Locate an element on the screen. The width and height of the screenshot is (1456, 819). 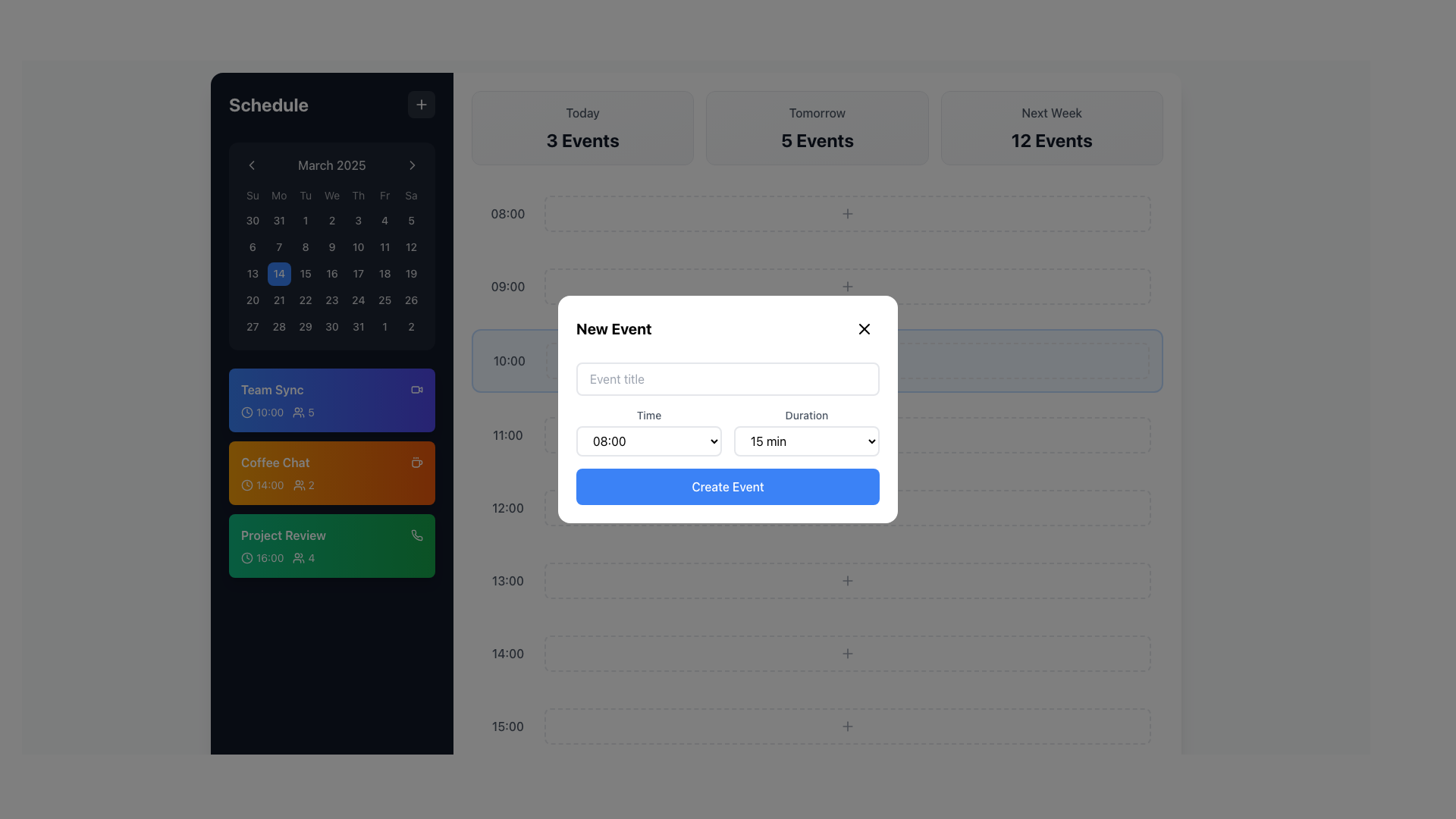
the time label indicating the 9:00 AM slot within the schedule, which serves as a visual reference for users to identify events associated with this specific time is located at coordinates (508, 287).